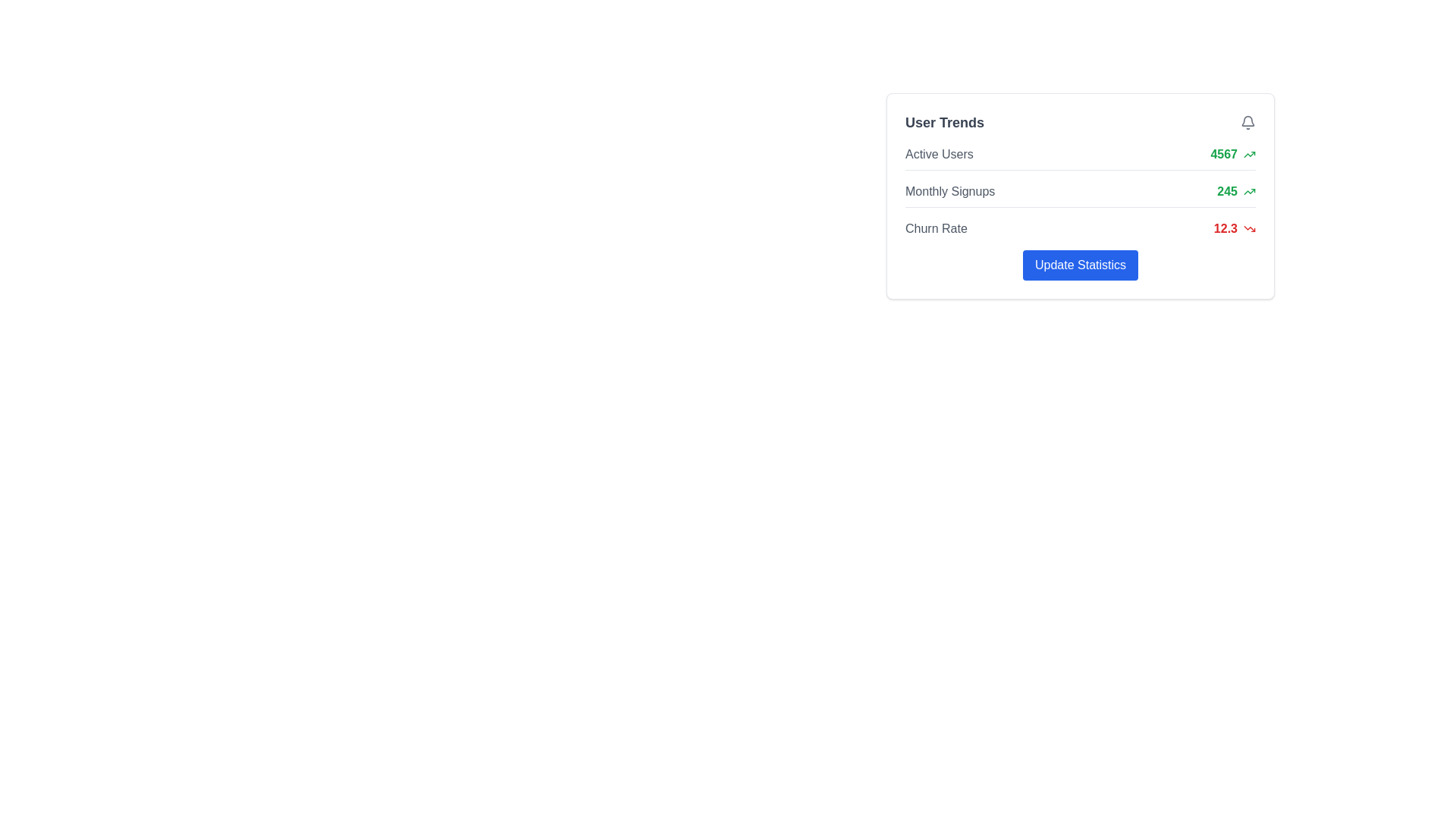  Describe the element at coordinates (1236, 191) in the screenshot. I see `numeric value '245' displayed in bold green font, located in the 'Monthly Signups' section of the 'User Trends' card, which is positioned to the right of the 'Monthly Signups' label` at that location.